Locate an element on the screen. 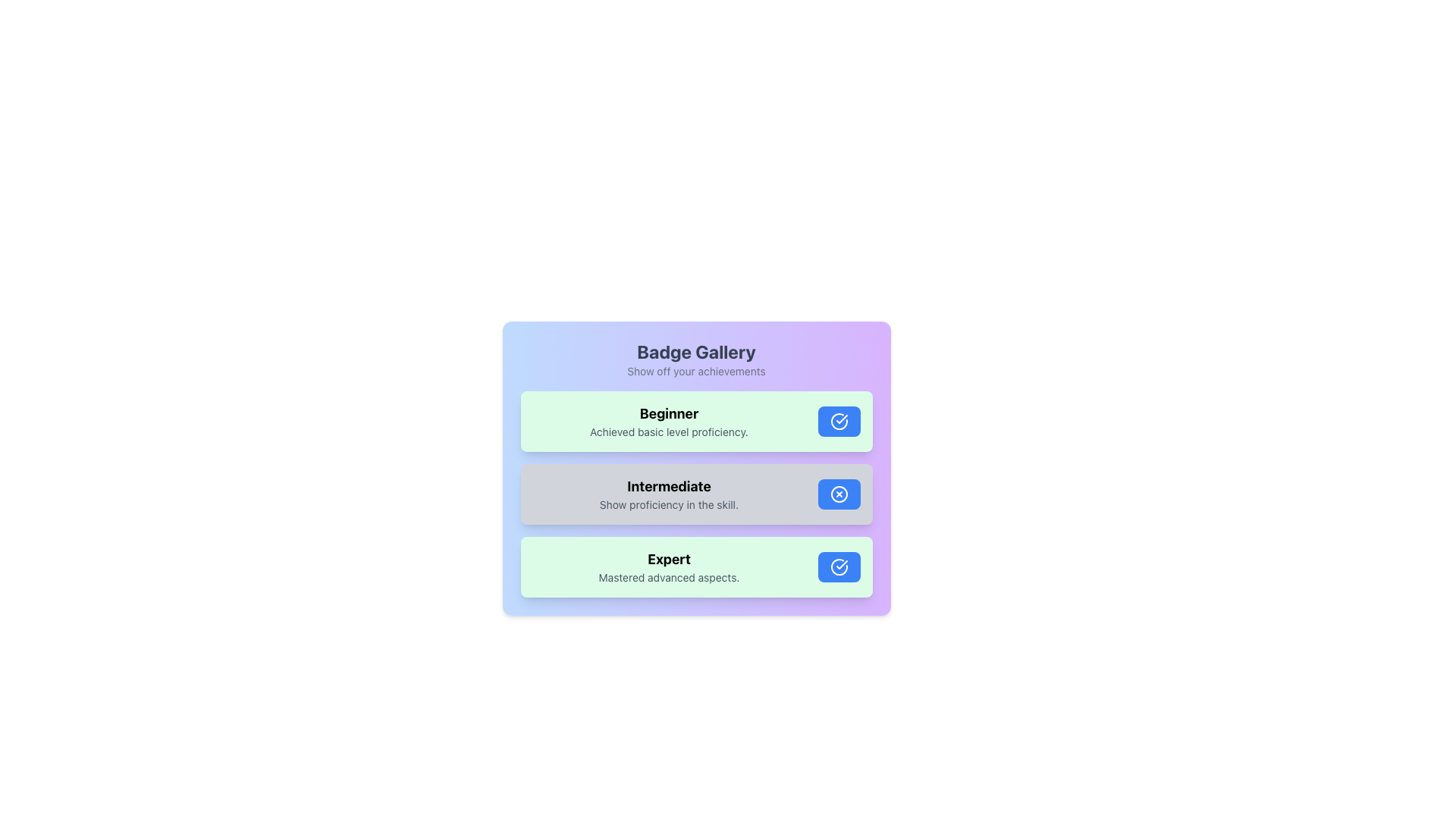  the button located on the far right of the 'Beginner' section in the 'Badge Gallery' to interact with it is located at coordinates (838, 421).